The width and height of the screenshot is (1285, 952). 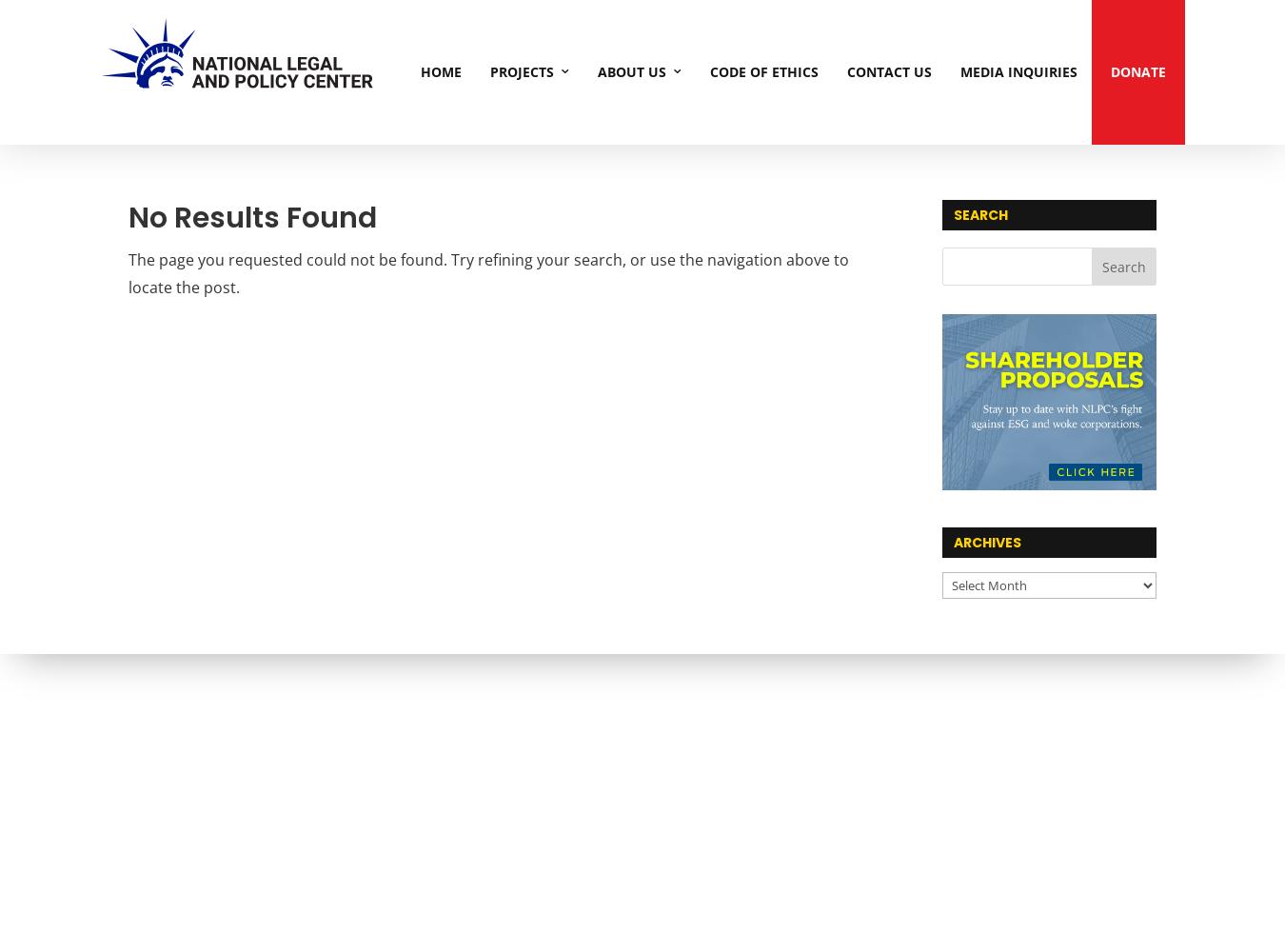 I want to click on 'Contact Us', so click(x=847, y=70).